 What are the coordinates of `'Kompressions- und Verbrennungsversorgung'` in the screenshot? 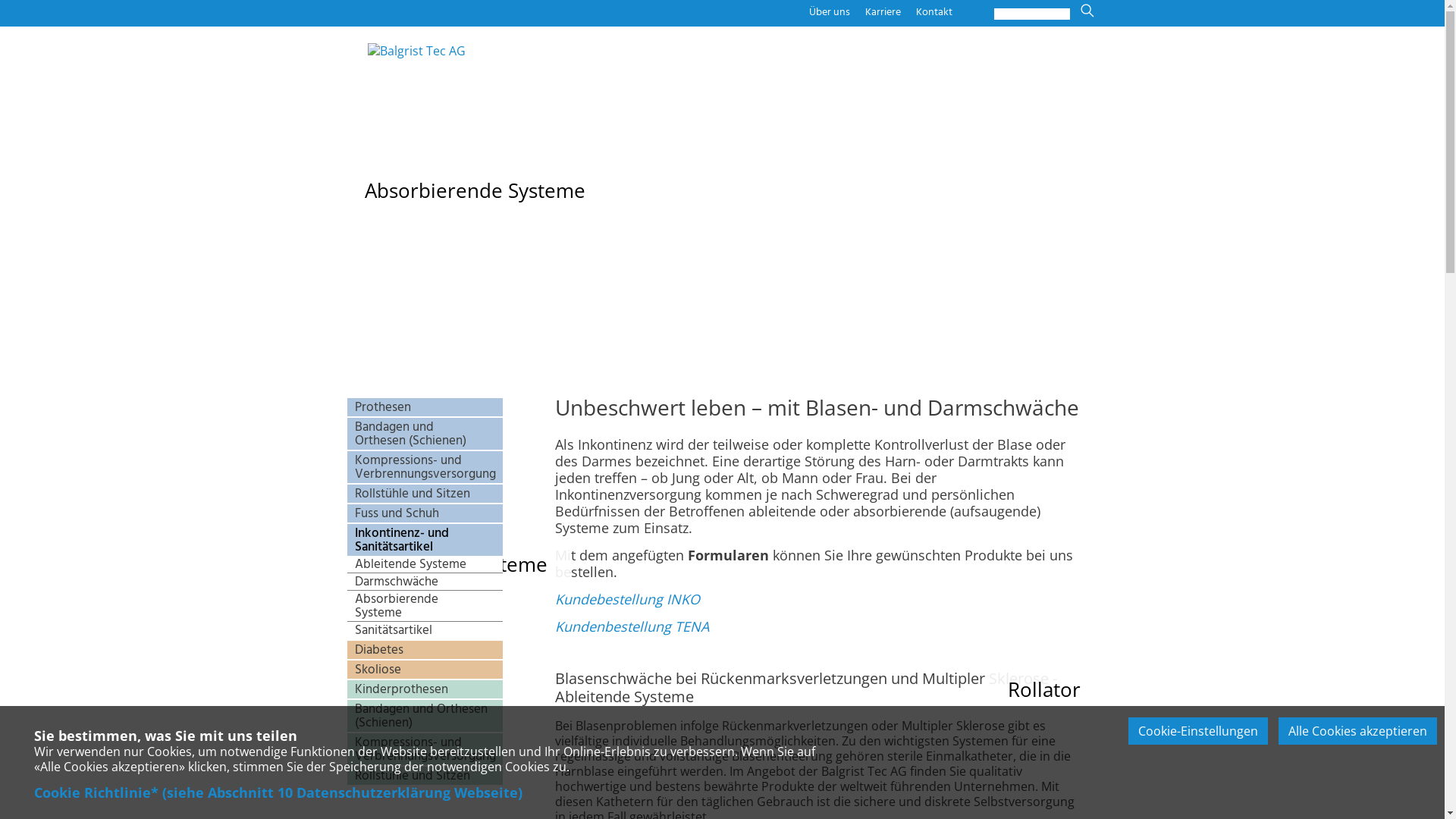 It's located at (425, 748).